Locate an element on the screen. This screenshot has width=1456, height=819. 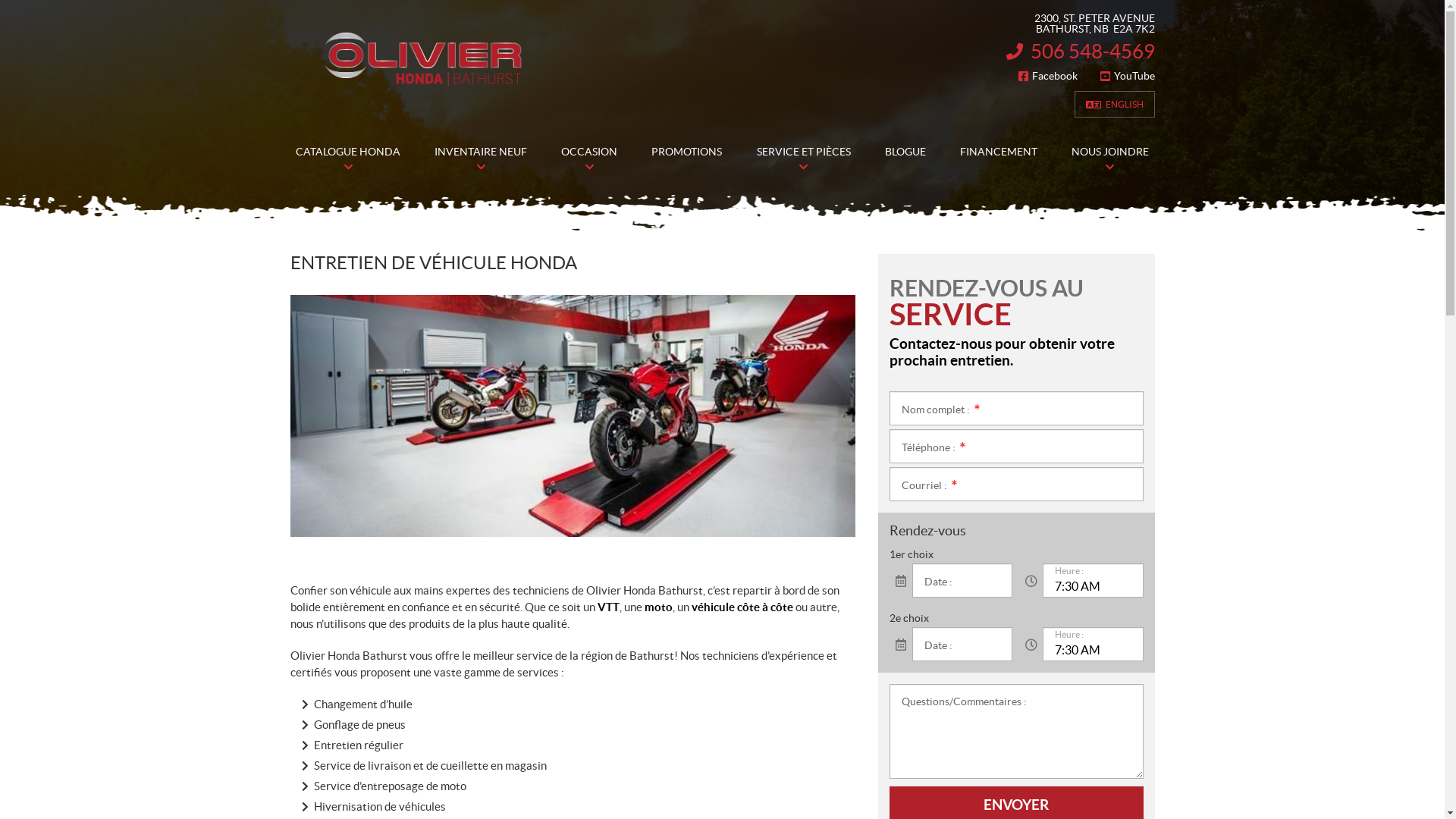
'FINANCEMENT' is located at coordinates (998, 152).